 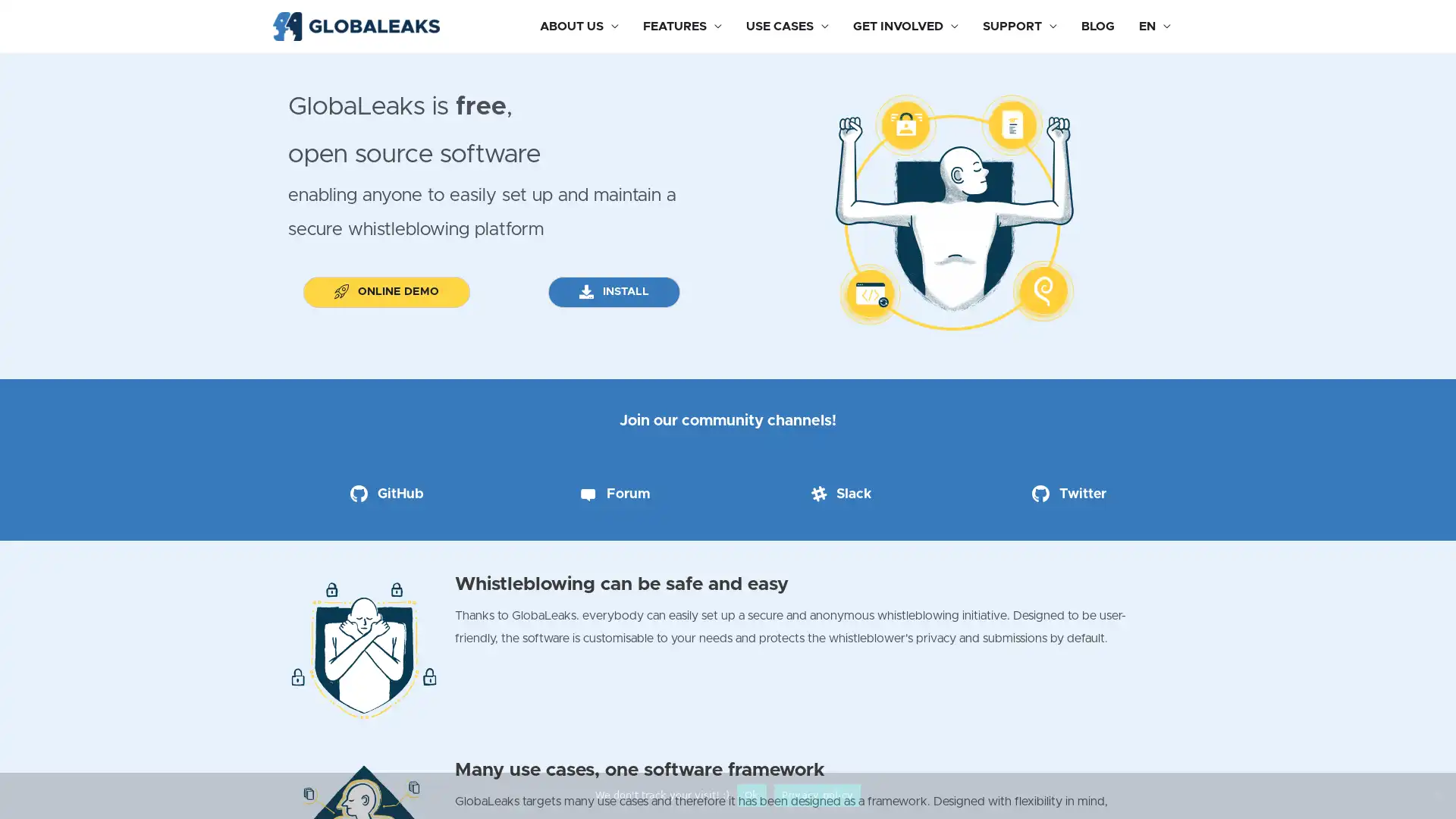 I want to click on INSTALL, so click(x=613, y=293).